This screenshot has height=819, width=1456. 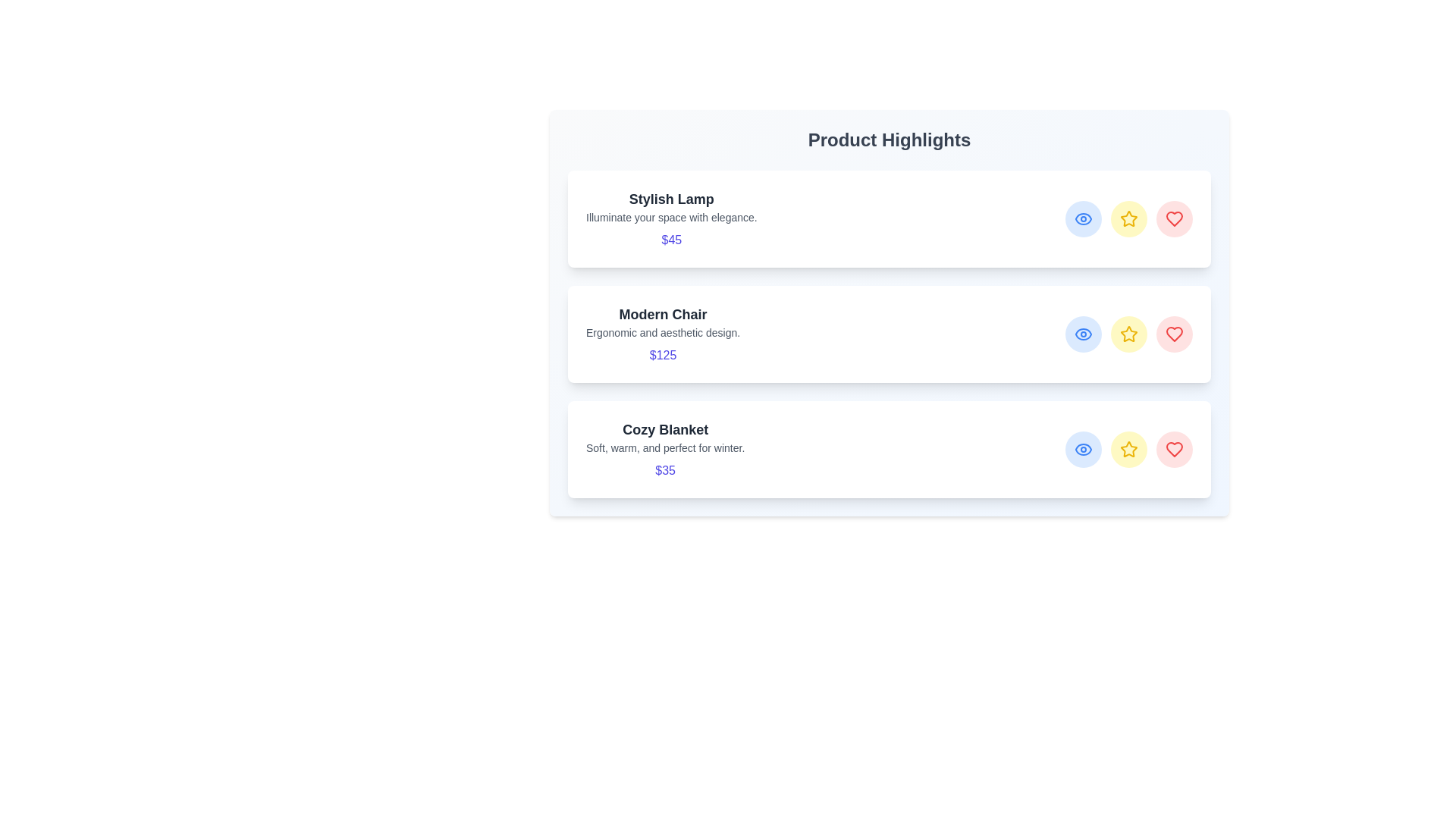 What do you see at coordinates (1083, 219) in the screenshot?
I see `eye icon for the product Stylish Lamp` at bounding box center [1083, 219].